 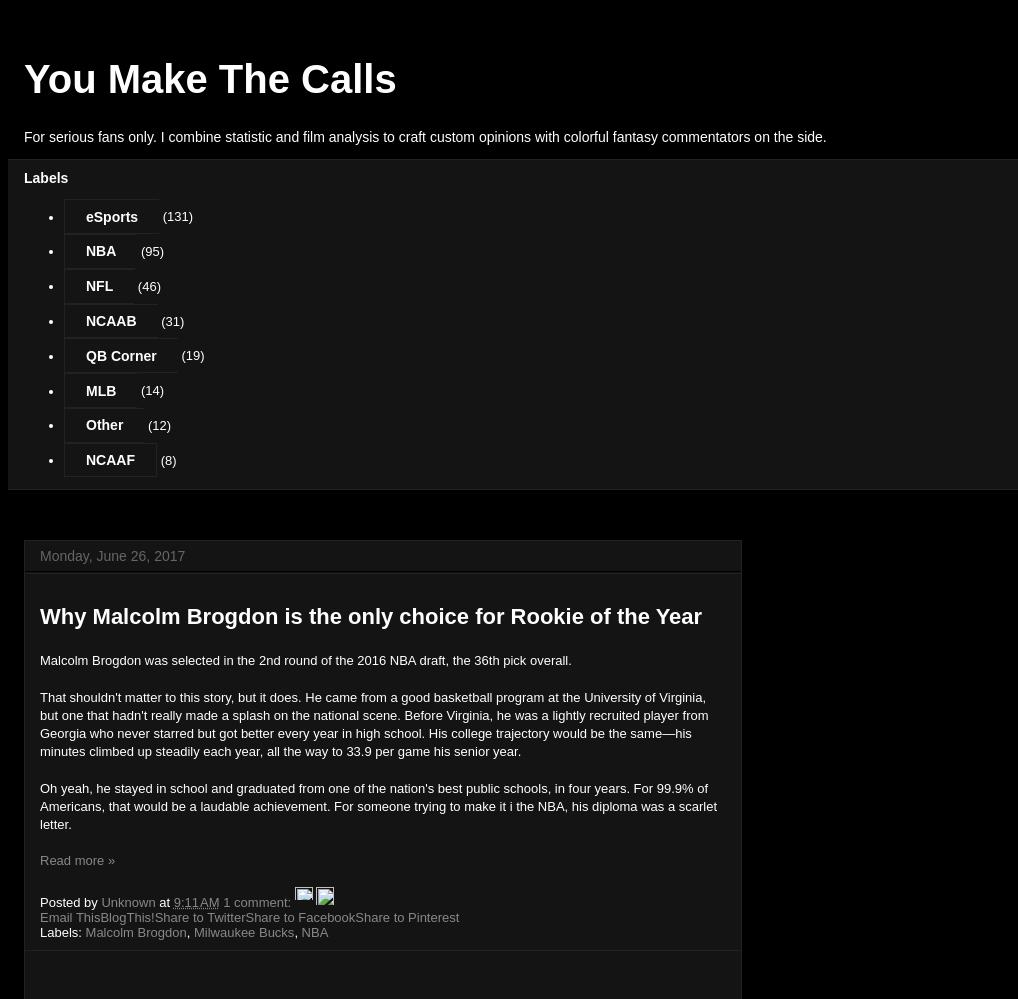 I want to click on '9:11 AM', so click(x=195, y=902).